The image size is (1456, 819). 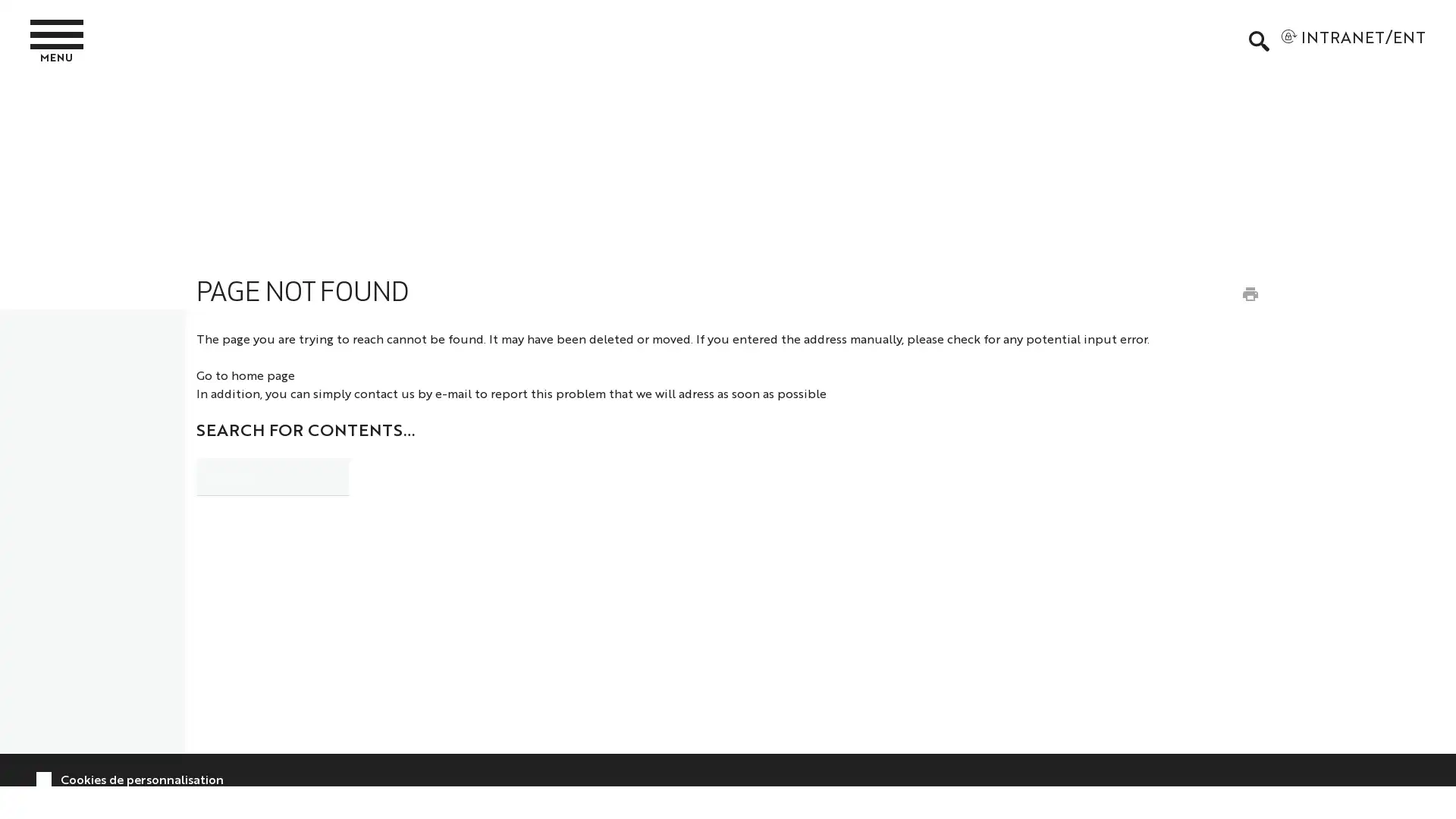 I want to click on SEARCH, so click(x=1258, y=40).